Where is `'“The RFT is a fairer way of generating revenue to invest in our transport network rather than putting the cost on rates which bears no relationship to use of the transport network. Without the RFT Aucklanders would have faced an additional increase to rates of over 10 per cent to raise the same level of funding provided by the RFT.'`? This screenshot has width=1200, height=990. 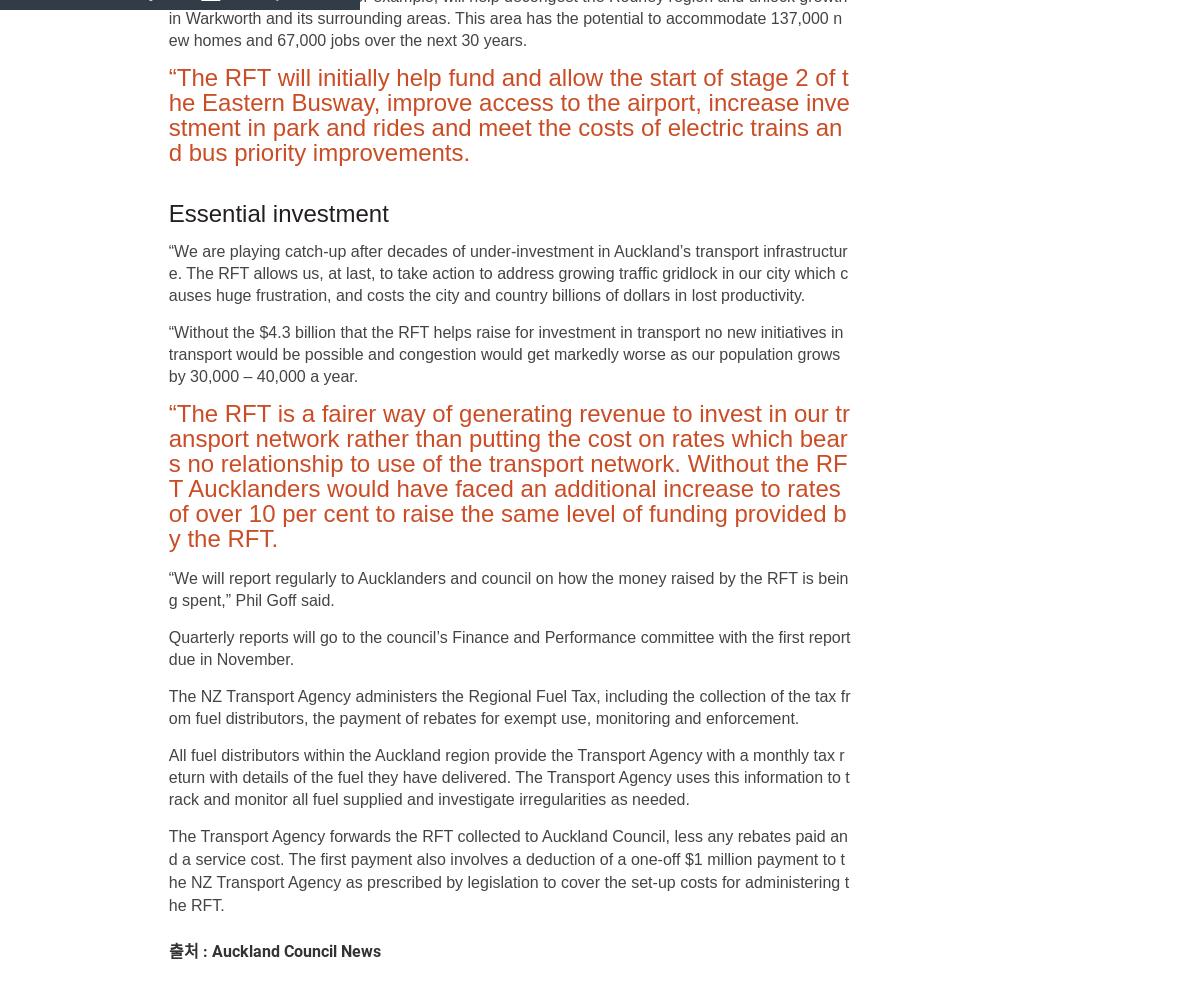
'“The RFT is a fairer way of generating revenue to invest in our transport network rather than putting the cost on rates which bears no relationship to use of the transport network. Without the RFT Aucklanders would have faced an additional increase to rates of over 10 per cent to raise the same level of funding provided by the RFT.' is located at coordinates (507, 475).